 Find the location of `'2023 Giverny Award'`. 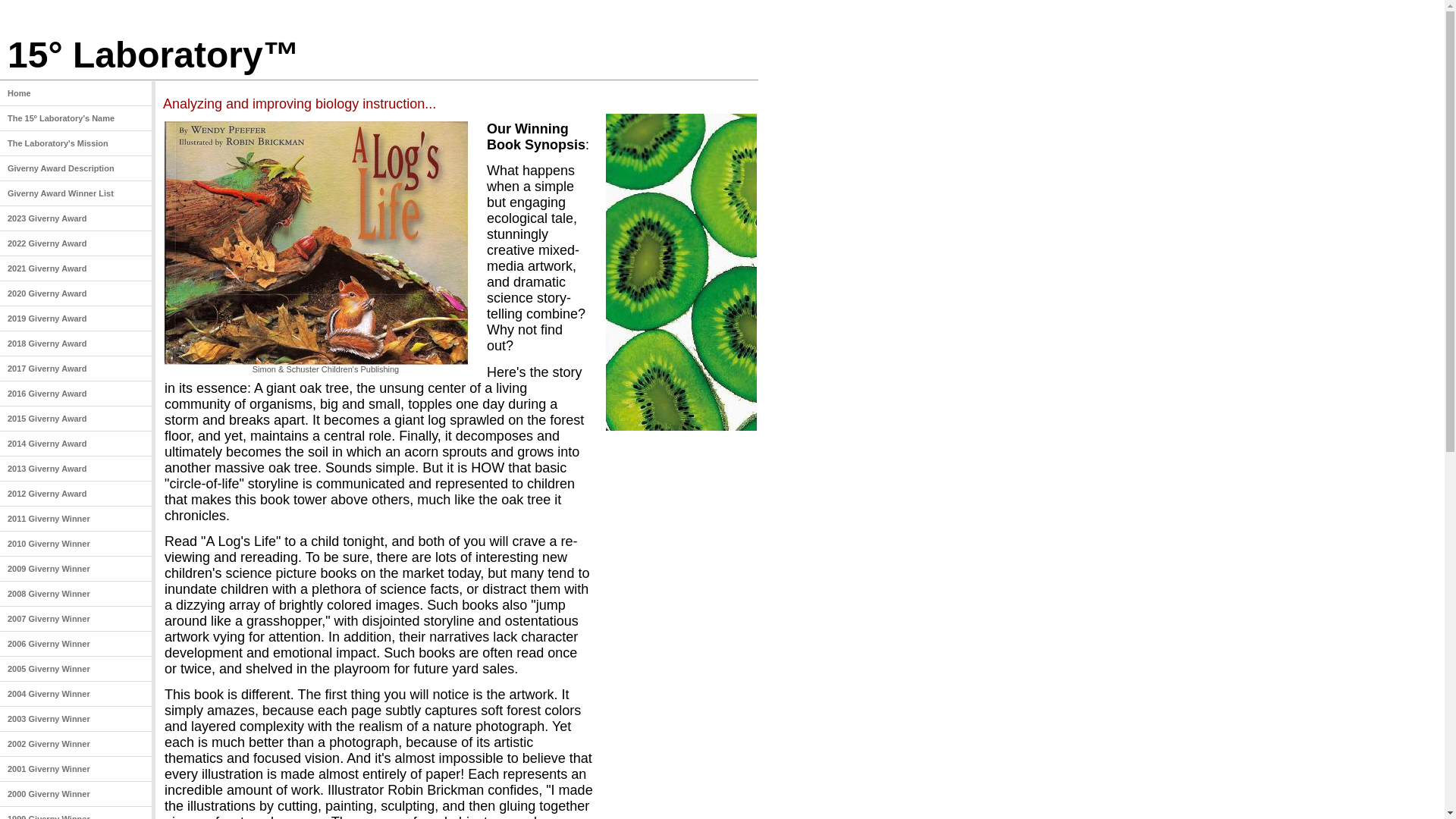

'2023 Giverny Award' is located at coordinates (75, 218).